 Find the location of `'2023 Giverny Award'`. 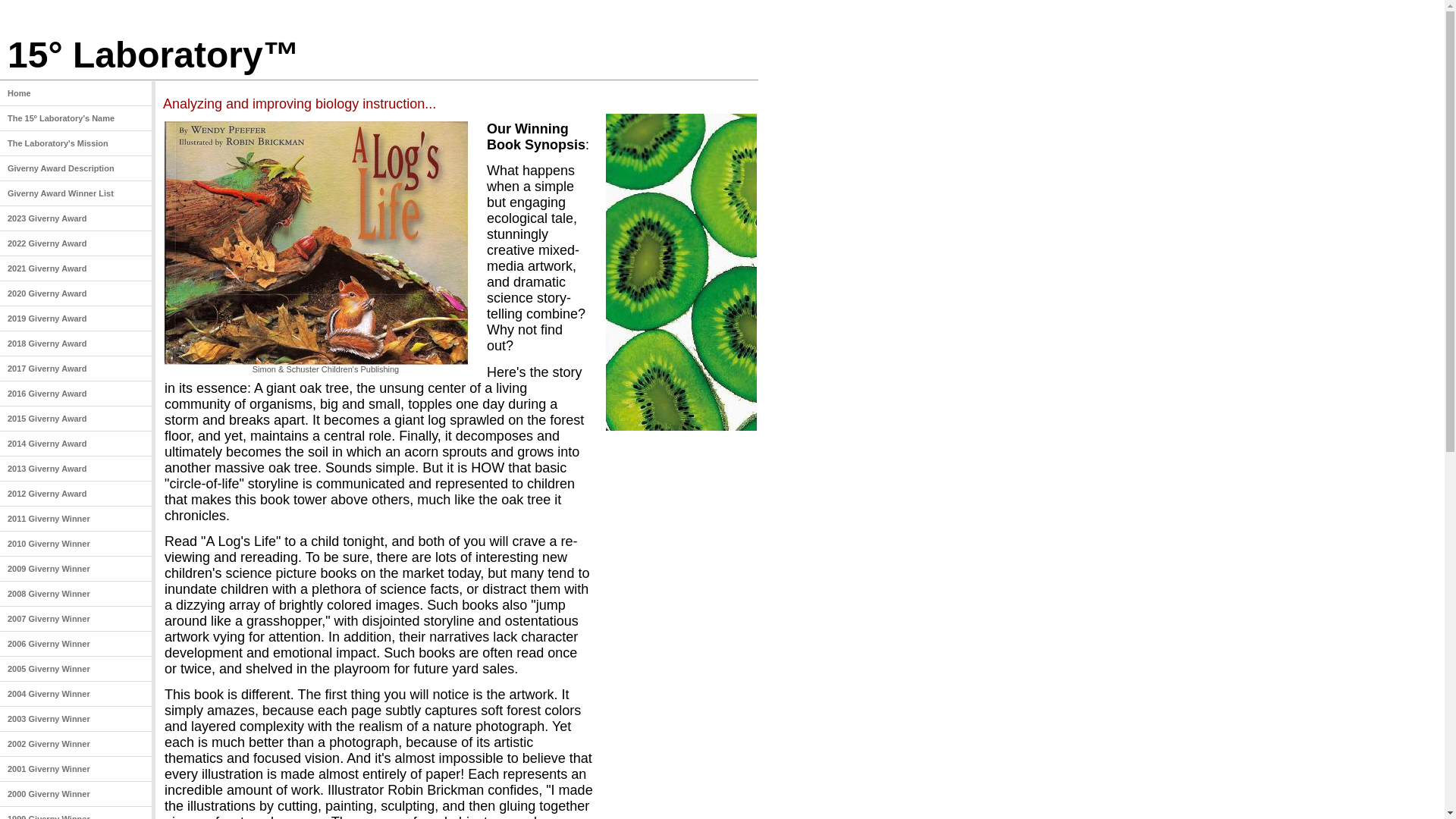

'2023 Giverny Award' is located at coordinates (75, 218).